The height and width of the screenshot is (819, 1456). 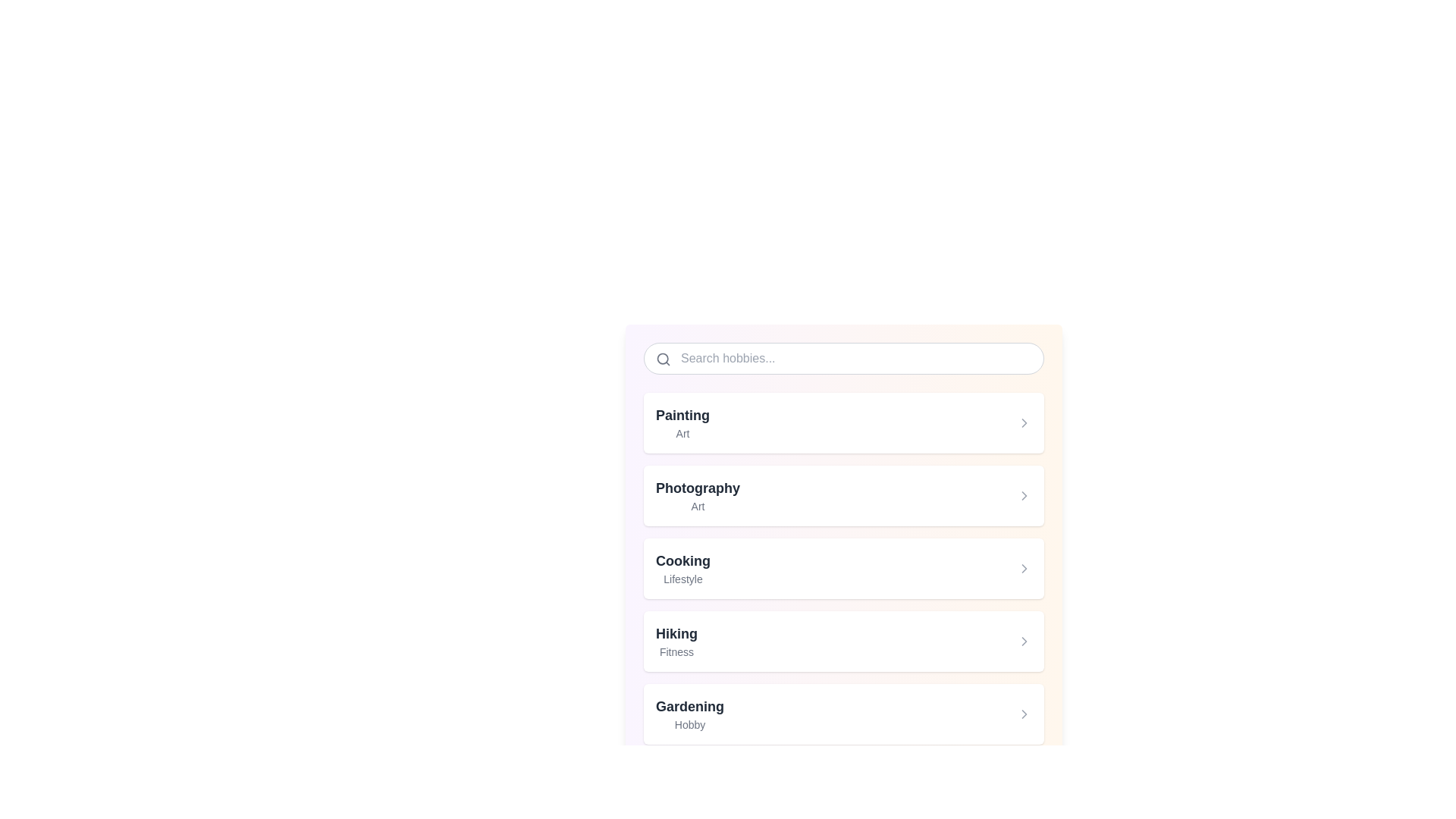 What do you see at coordinates (676, 651) in the screenshot?
I see `the text-label component displaying 'Fitness' located below the title 'Hiking' in the fourth list item of a vertically-stacked list` at bounding box center [676, 651].